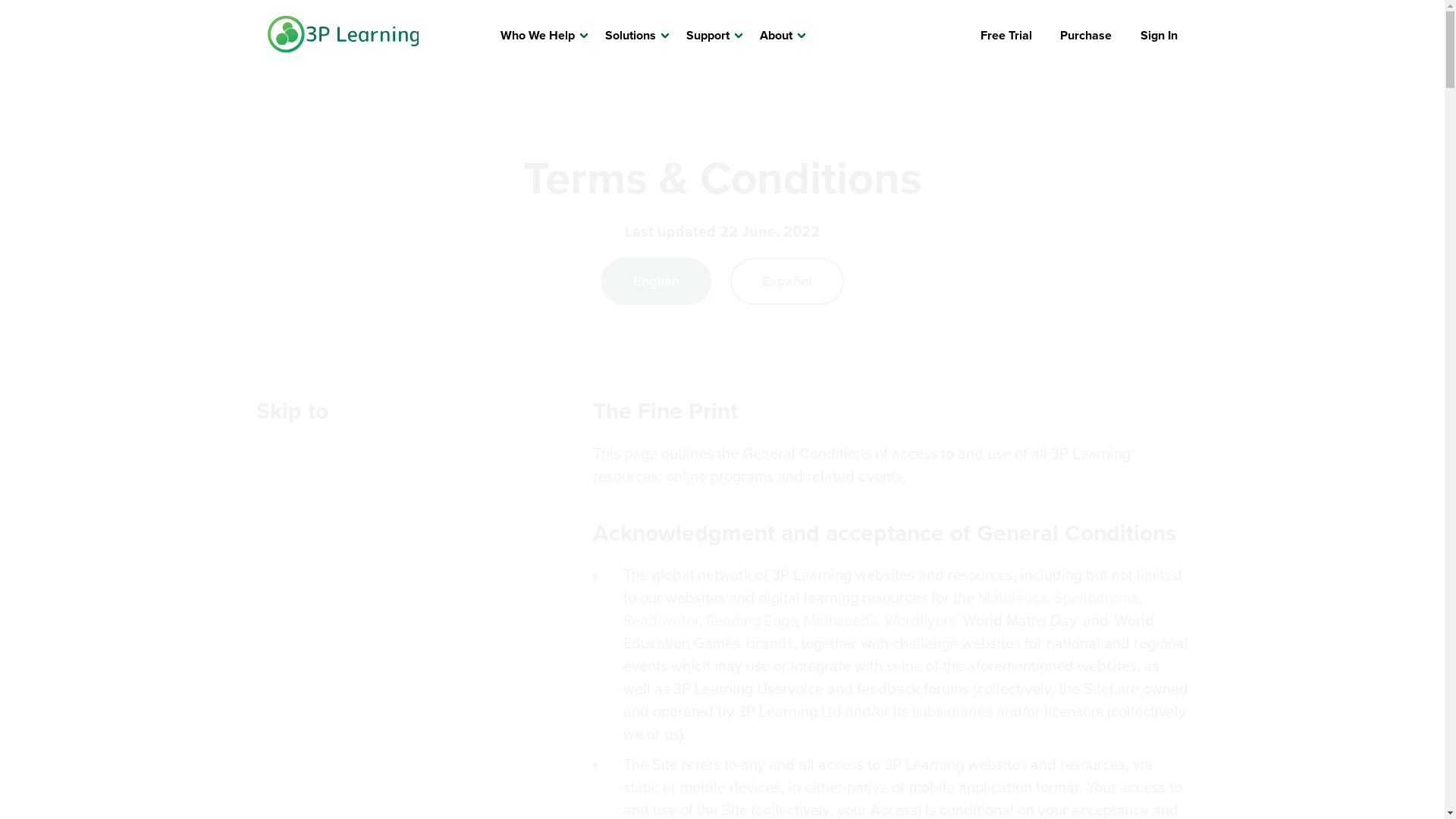 The image size is (1456, 819). I want to click on 'Free Trial', so click(1005, 34).